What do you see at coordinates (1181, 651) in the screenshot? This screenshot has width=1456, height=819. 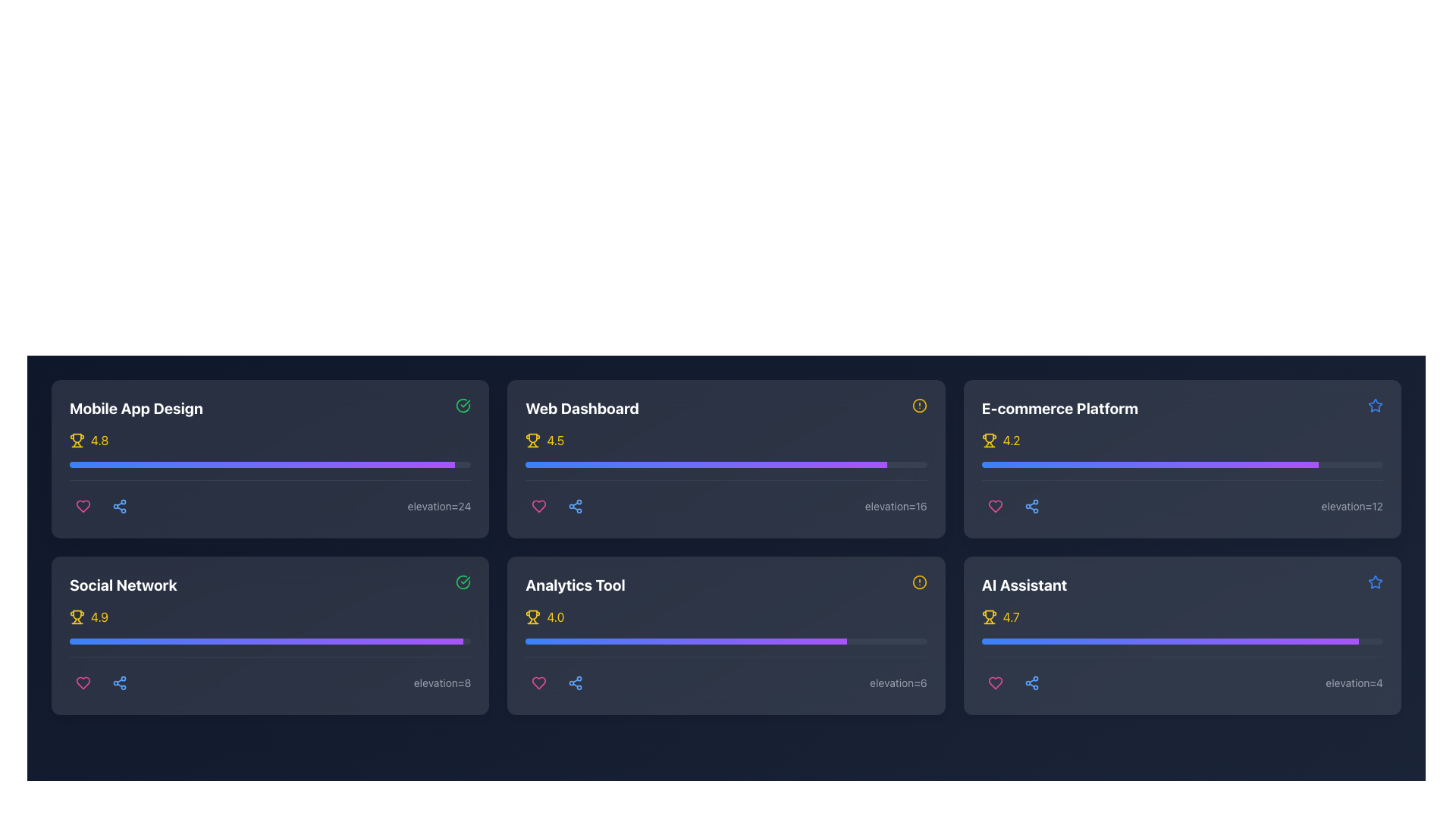 I see `the Progress Bar element located within the 'AI Assistant' card, positioned centrally between the rating '4.7' and 'elevation=4'` at bounding box center [1181, 651].